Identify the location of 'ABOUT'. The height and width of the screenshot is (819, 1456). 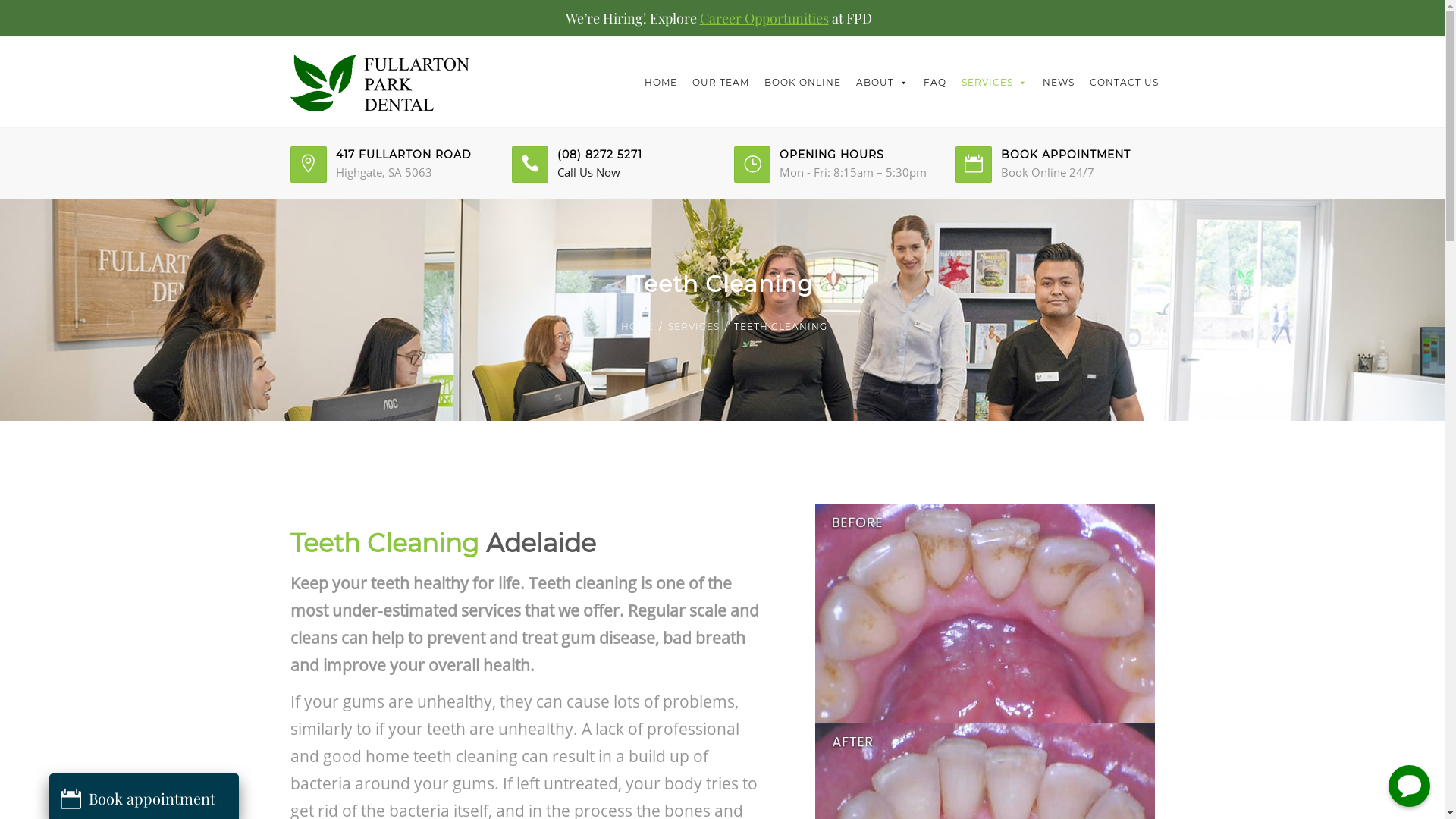
(881, 82).